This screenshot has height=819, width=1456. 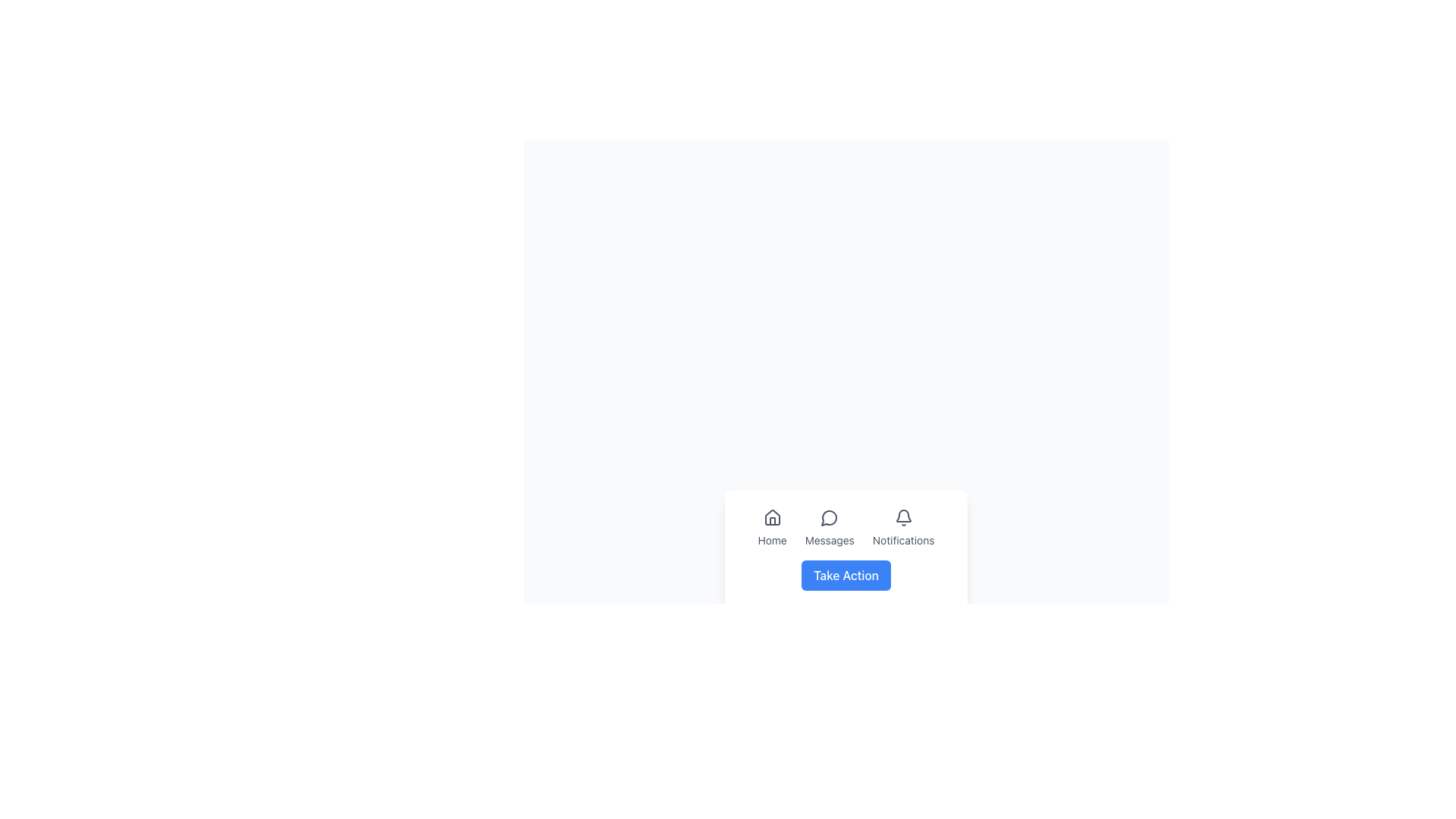 I want to click on the 'Notifications' button, which features a bell icon and a label styled in light gray that turns blue when hovered over, located at the rightmost side of the navigation bar, so click(x=903, y=528).